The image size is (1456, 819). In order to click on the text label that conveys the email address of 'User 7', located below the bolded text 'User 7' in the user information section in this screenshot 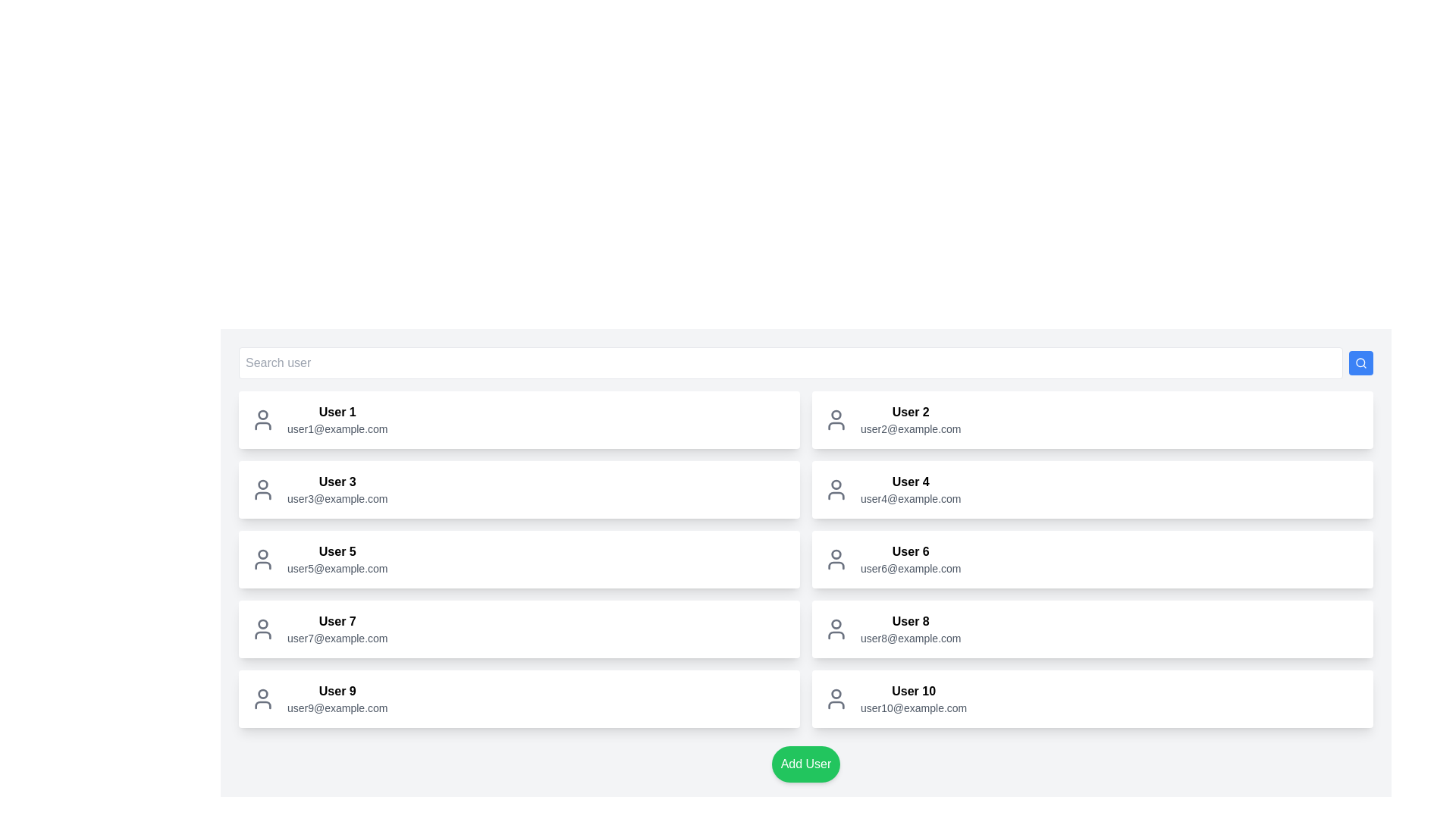, I will do `click(337, 638)`.